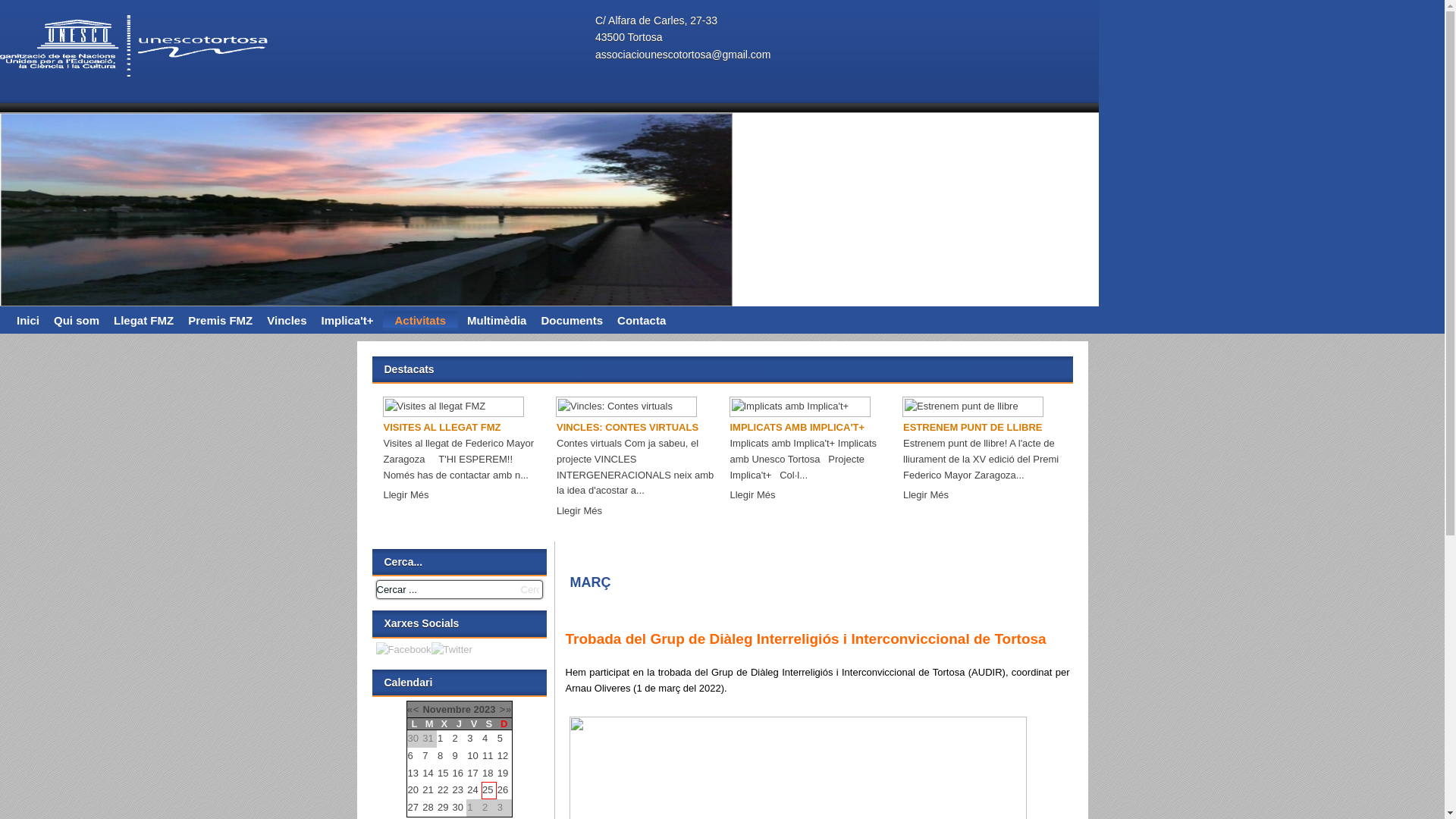  I want to click on 'ESTRENEM PUNT DE LLIBRE', so click(972, 427).